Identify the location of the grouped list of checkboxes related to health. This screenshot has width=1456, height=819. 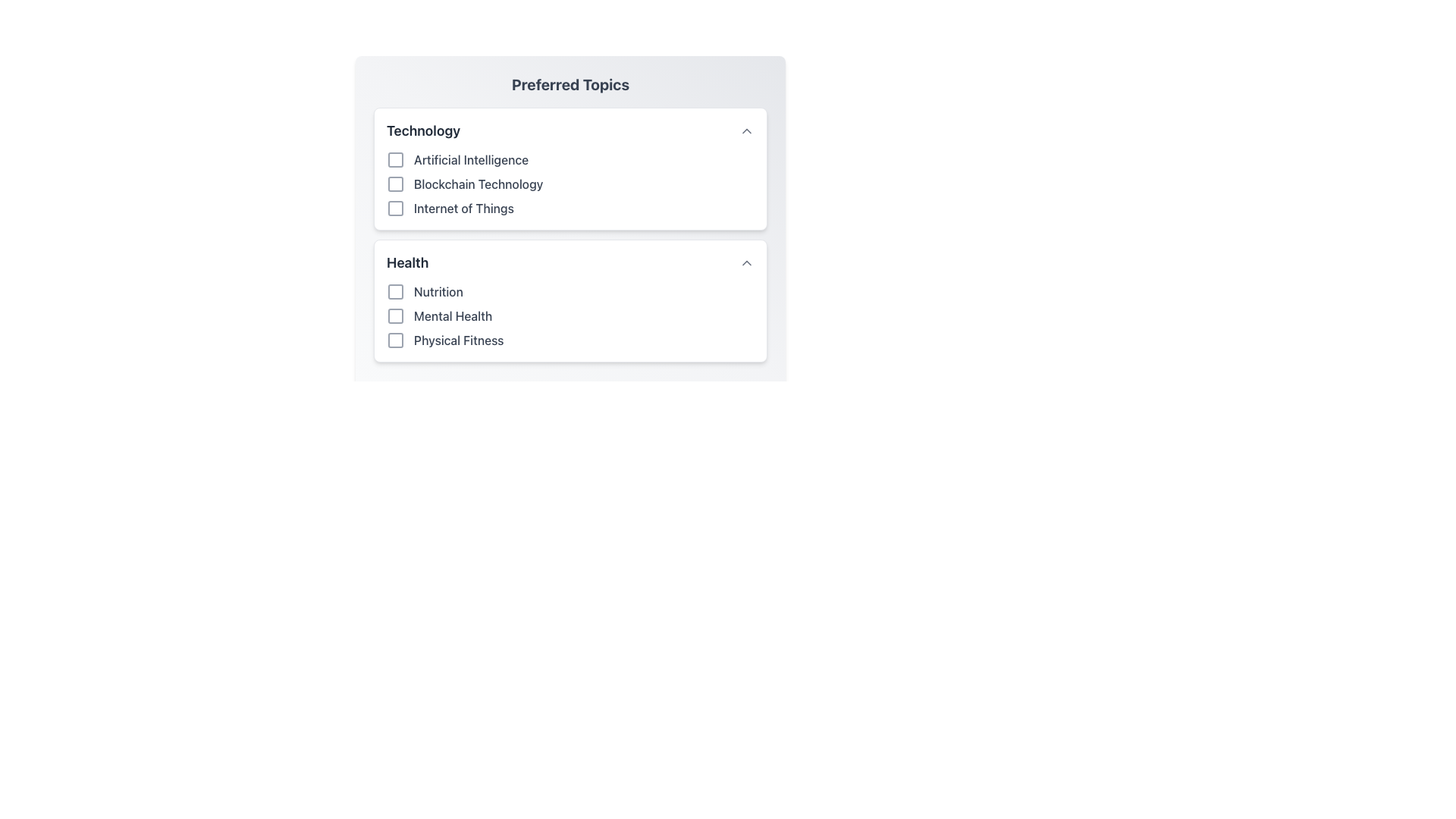
(570, 315).